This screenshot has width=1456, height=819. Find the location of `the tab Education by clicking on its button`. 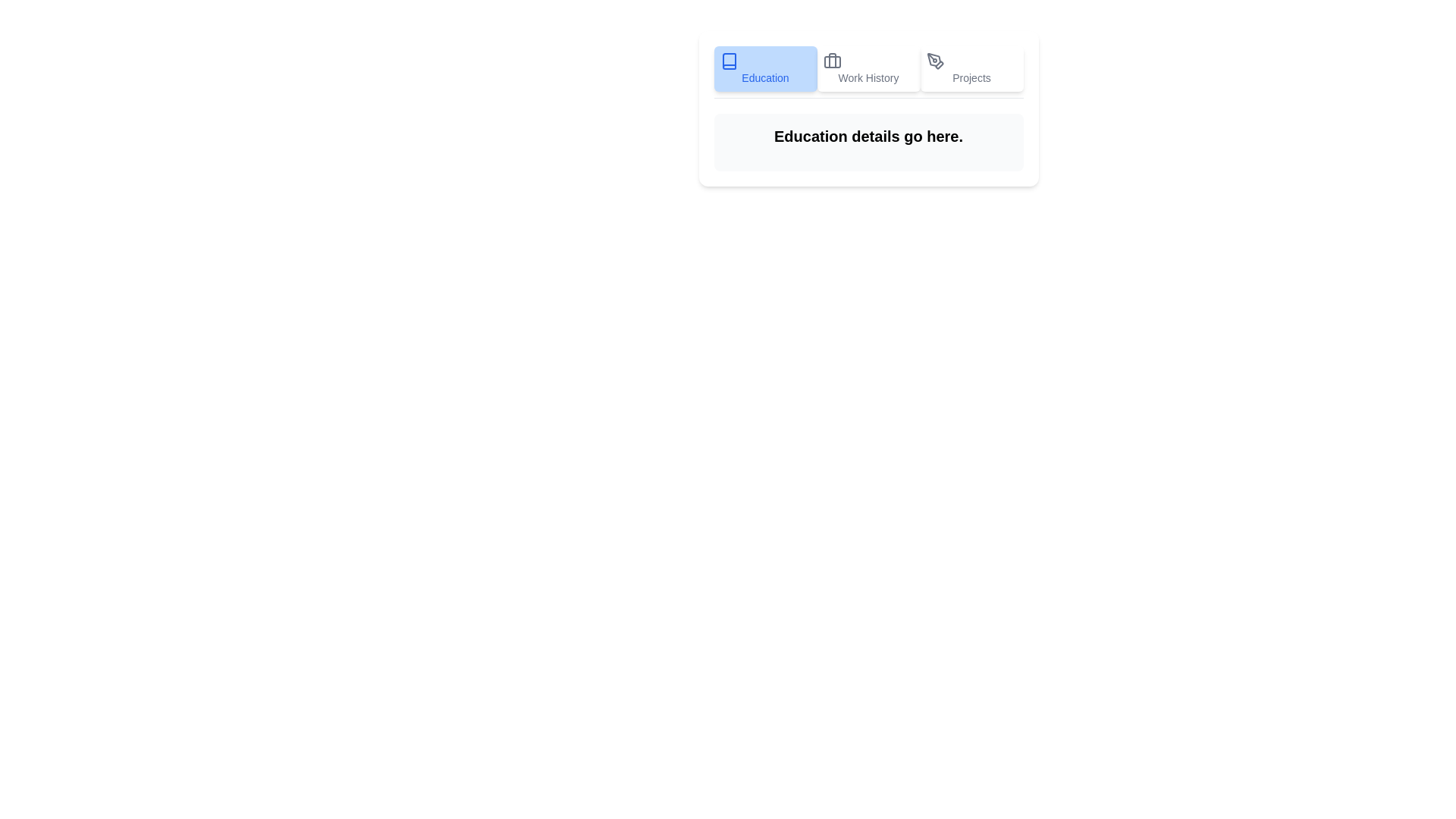

the tab Education by clicking on its button is located at coordinates (765, 69).